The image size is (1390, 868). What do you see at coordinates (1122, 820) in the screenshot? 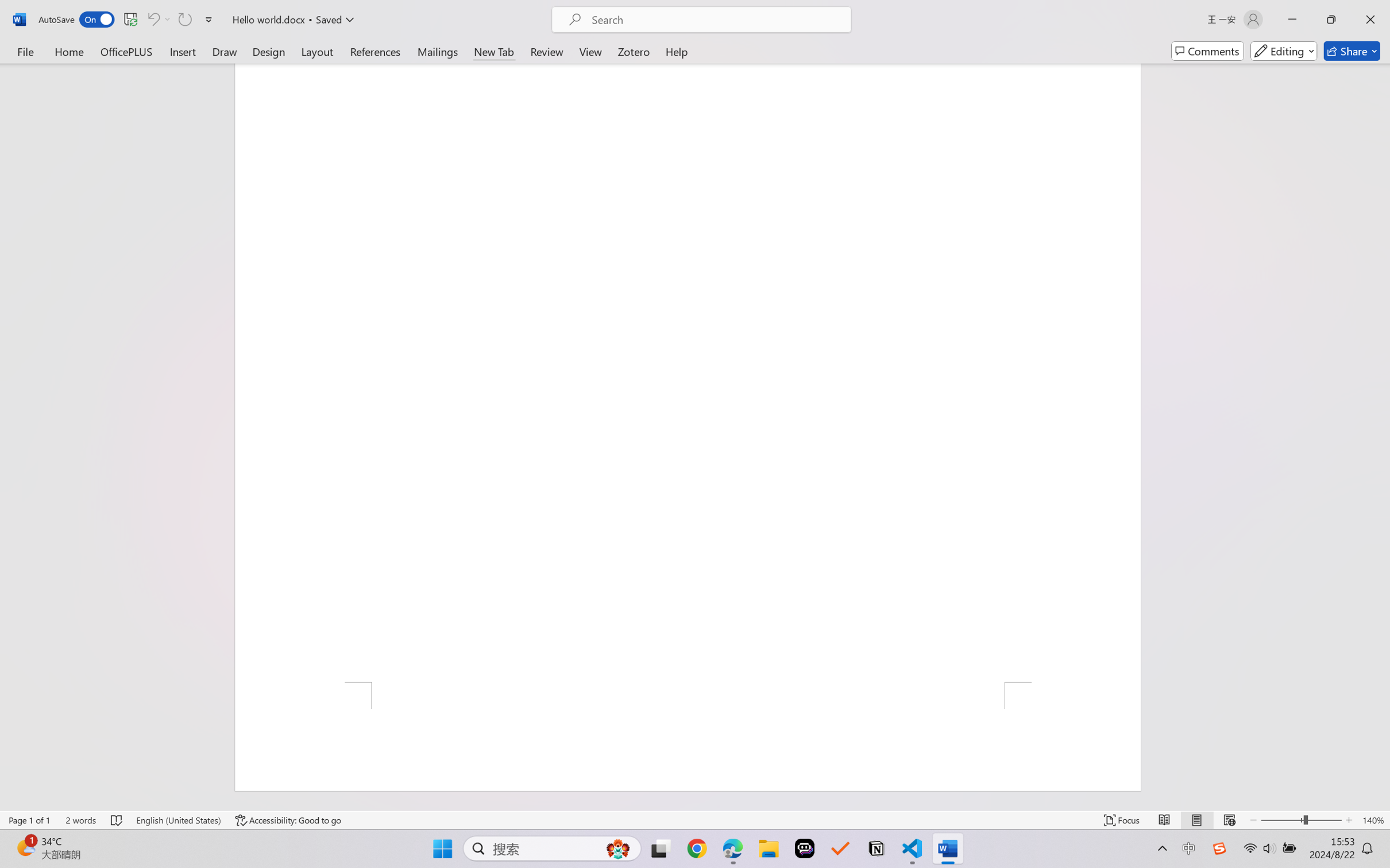
I see `'Focus '` at bounding box center [1122, 820].